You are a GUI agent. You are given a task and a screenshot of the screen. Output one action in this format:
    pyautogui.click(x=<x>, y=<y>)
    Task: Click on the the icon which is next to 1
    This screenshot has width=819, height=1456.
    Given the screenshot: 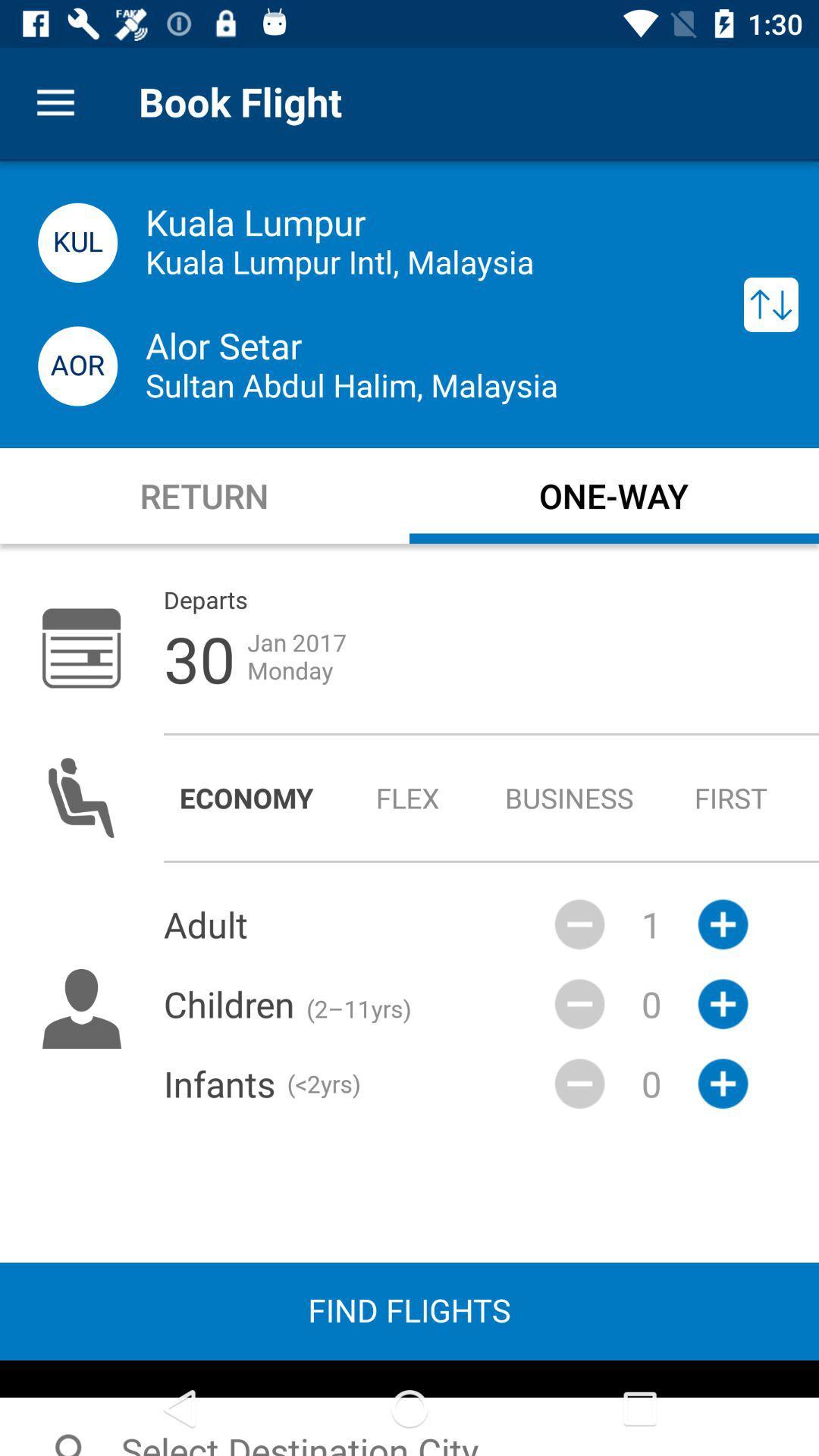 What is the action you would take?
    pyautogui.click(x=722, y=1004)
    